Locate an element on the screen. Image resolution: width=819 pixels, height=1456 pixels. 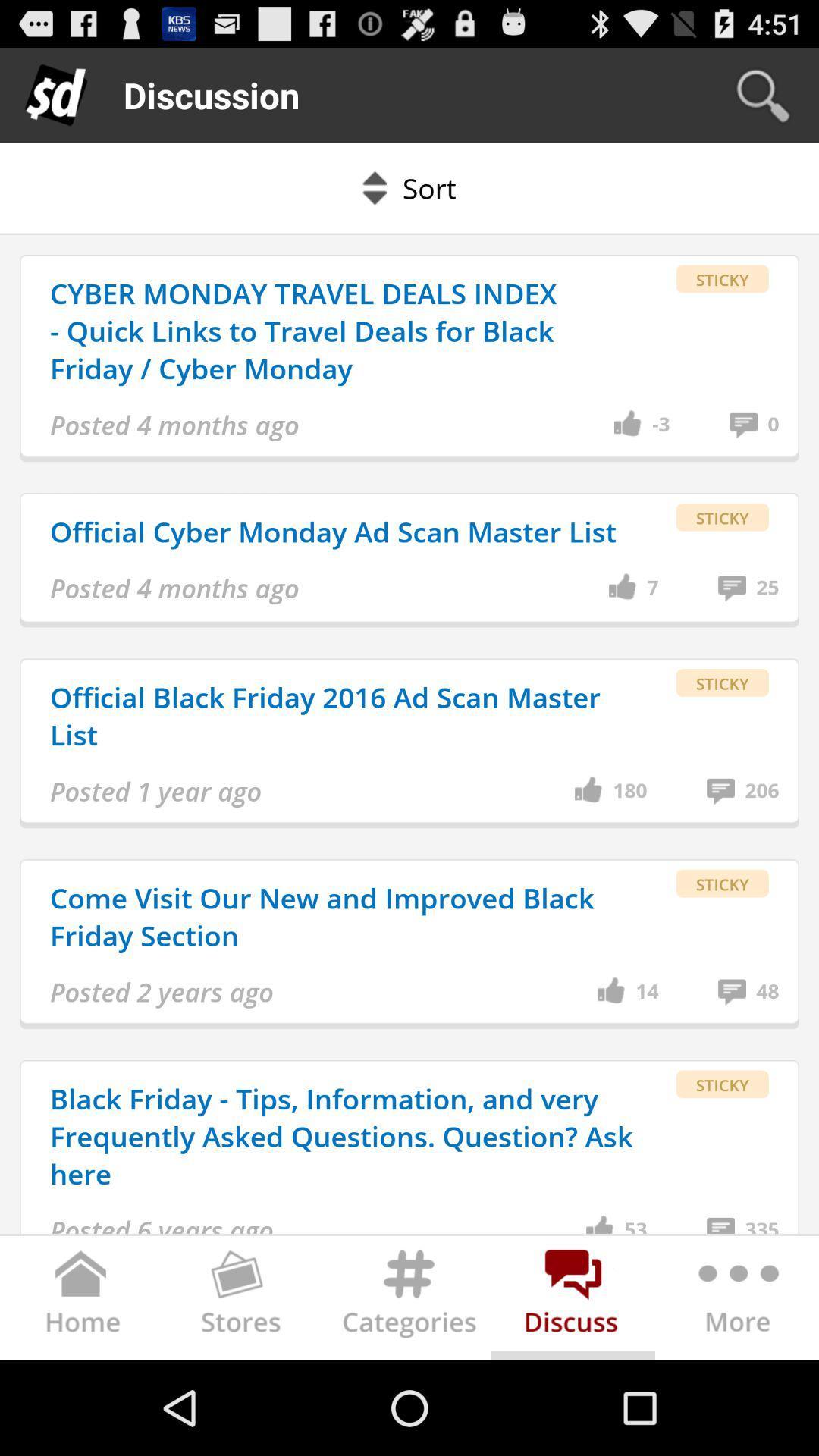
app above the come visit our item is located at coordinates (155, 790).